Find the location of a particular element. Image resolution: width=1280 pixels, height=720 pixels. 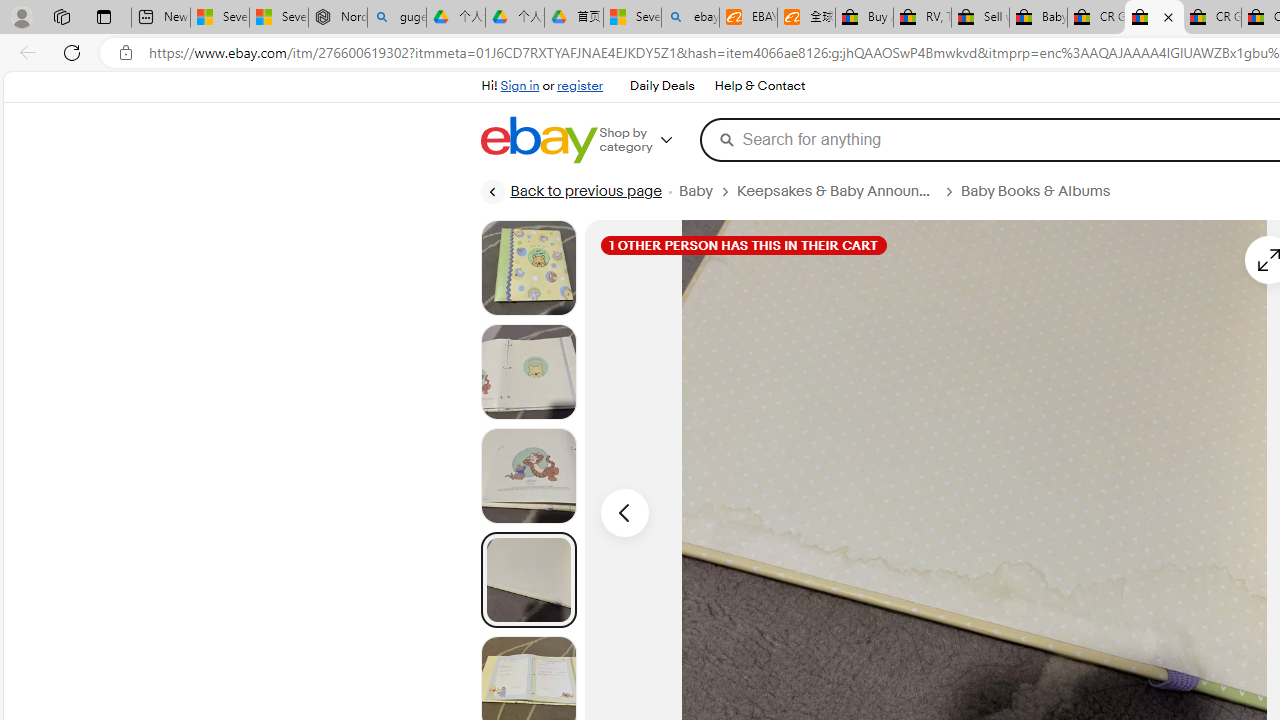

'Buy Auto Parts & Accessories | eBay' is located at coordinates (864, 17).